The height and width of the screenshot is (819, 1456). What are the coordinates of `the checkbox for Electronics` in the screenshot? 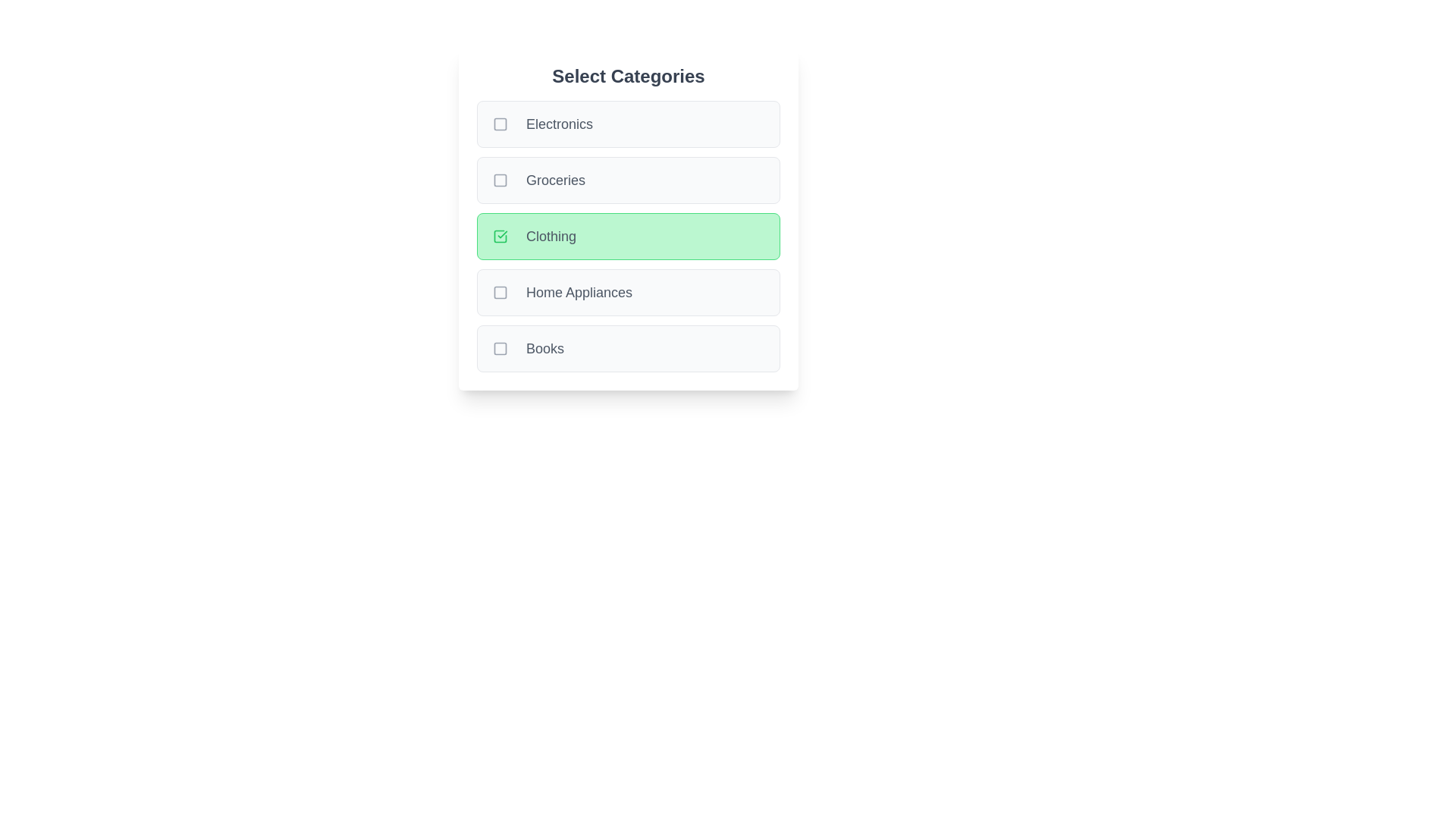 It's located at (500, 124).